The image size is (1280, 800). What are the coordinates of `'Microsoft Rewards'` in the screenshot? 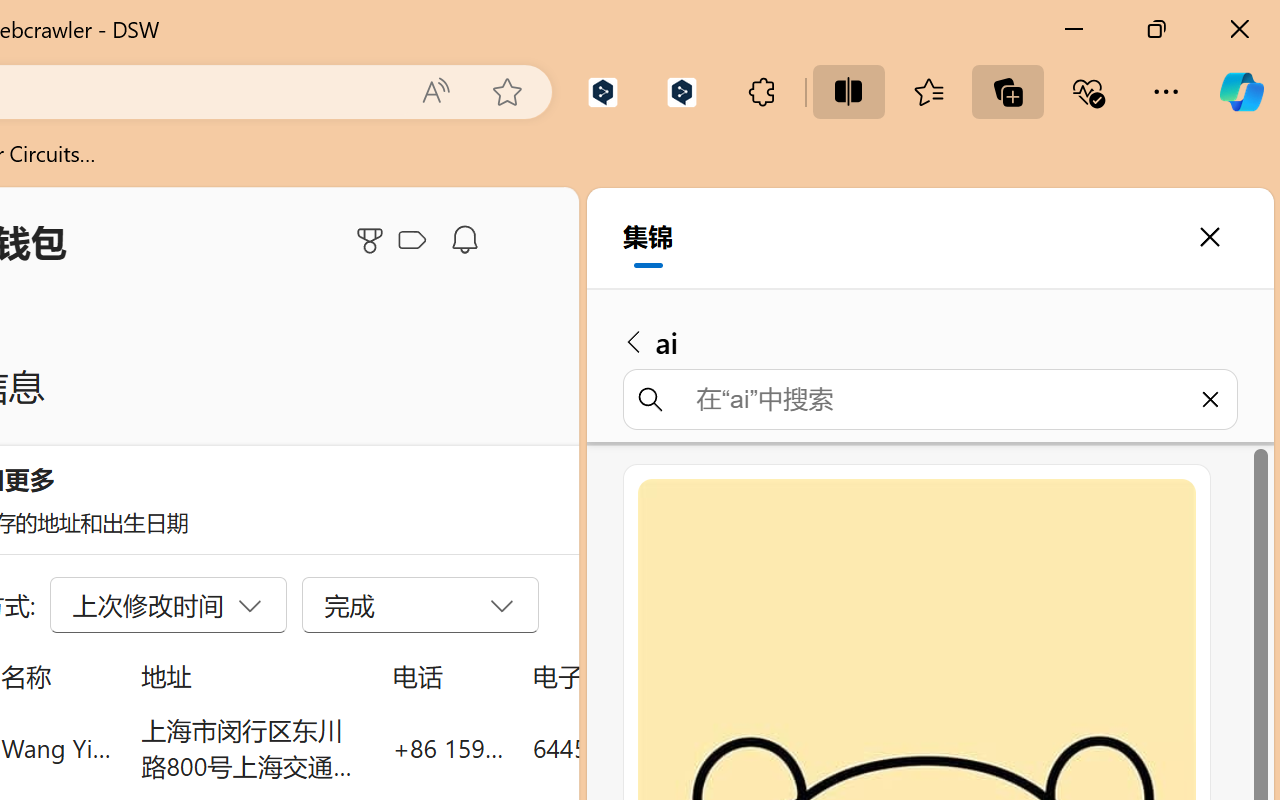 It's located at (373, 239).